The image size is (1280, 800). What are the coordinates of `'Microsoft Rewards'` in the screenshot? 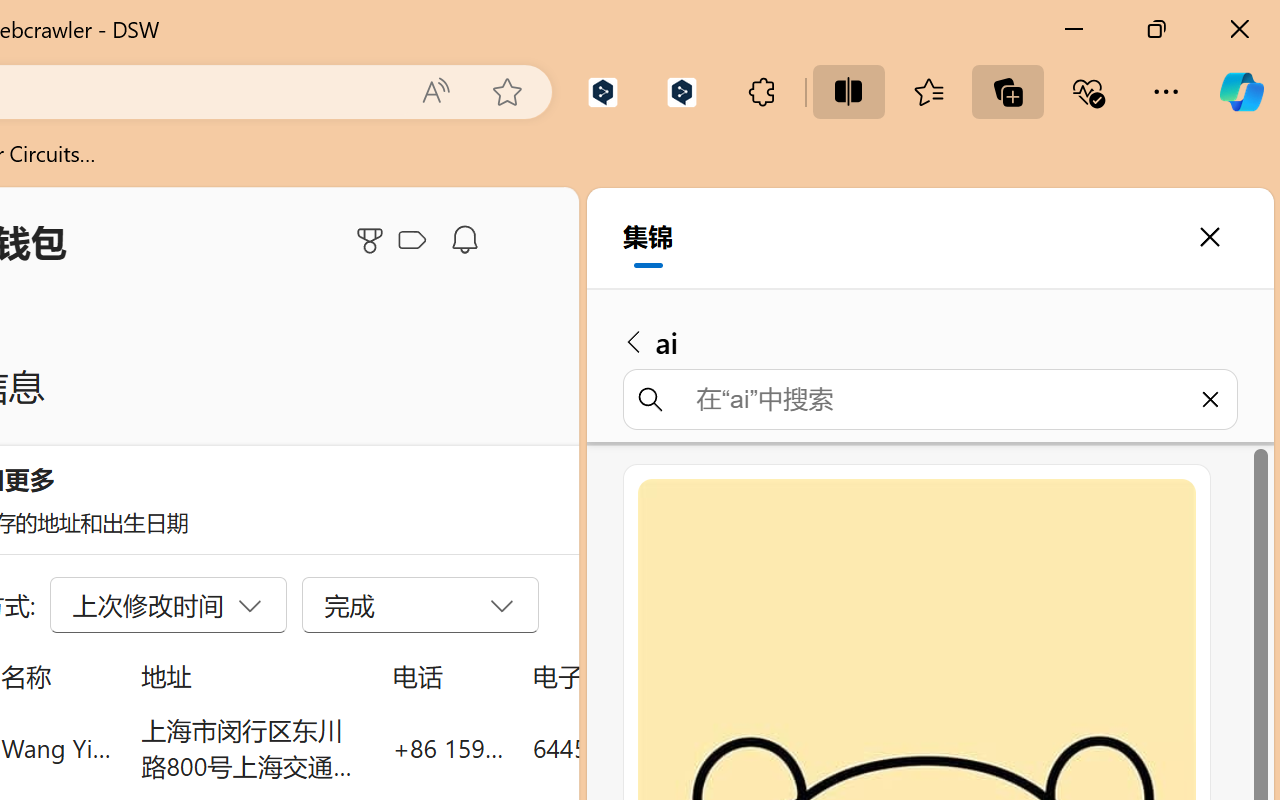 It's located at (373, 239).